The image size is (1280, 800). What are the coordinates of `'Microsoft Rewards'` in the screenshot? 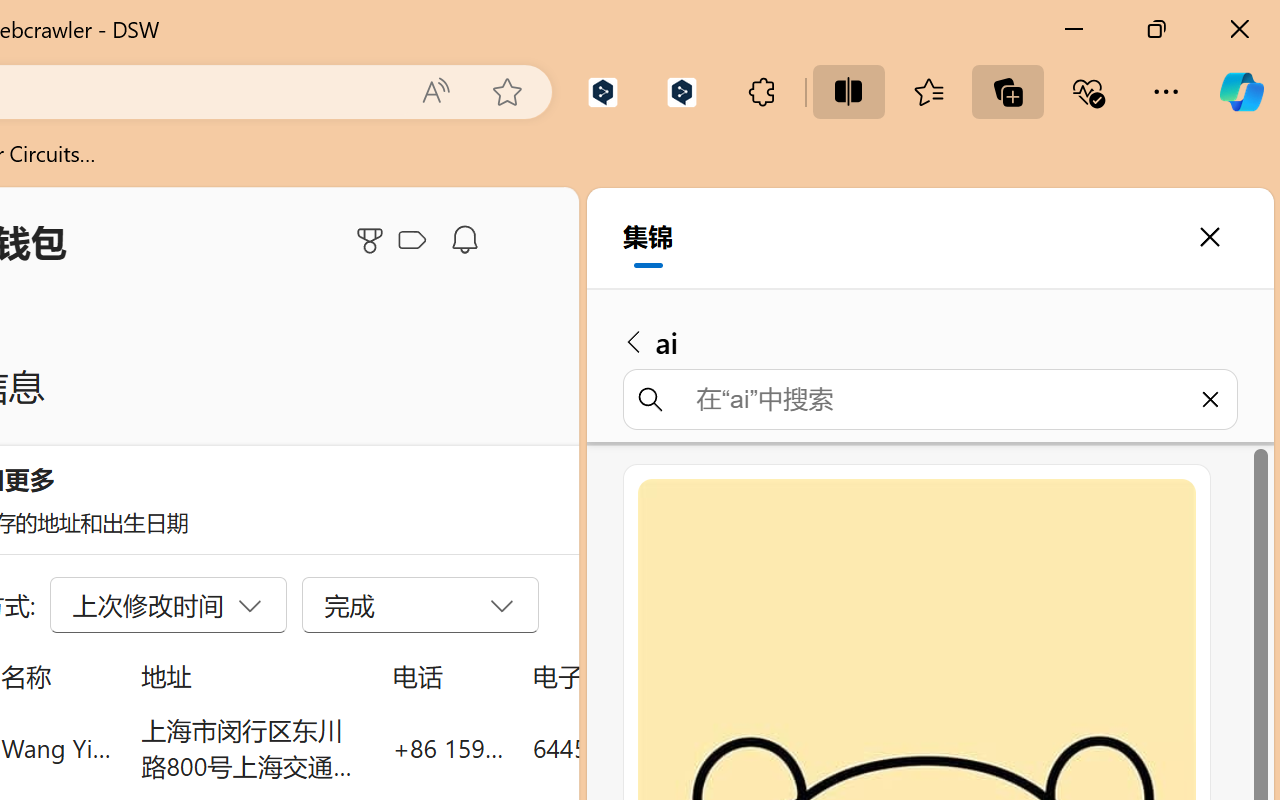 It's located at (373, 239).